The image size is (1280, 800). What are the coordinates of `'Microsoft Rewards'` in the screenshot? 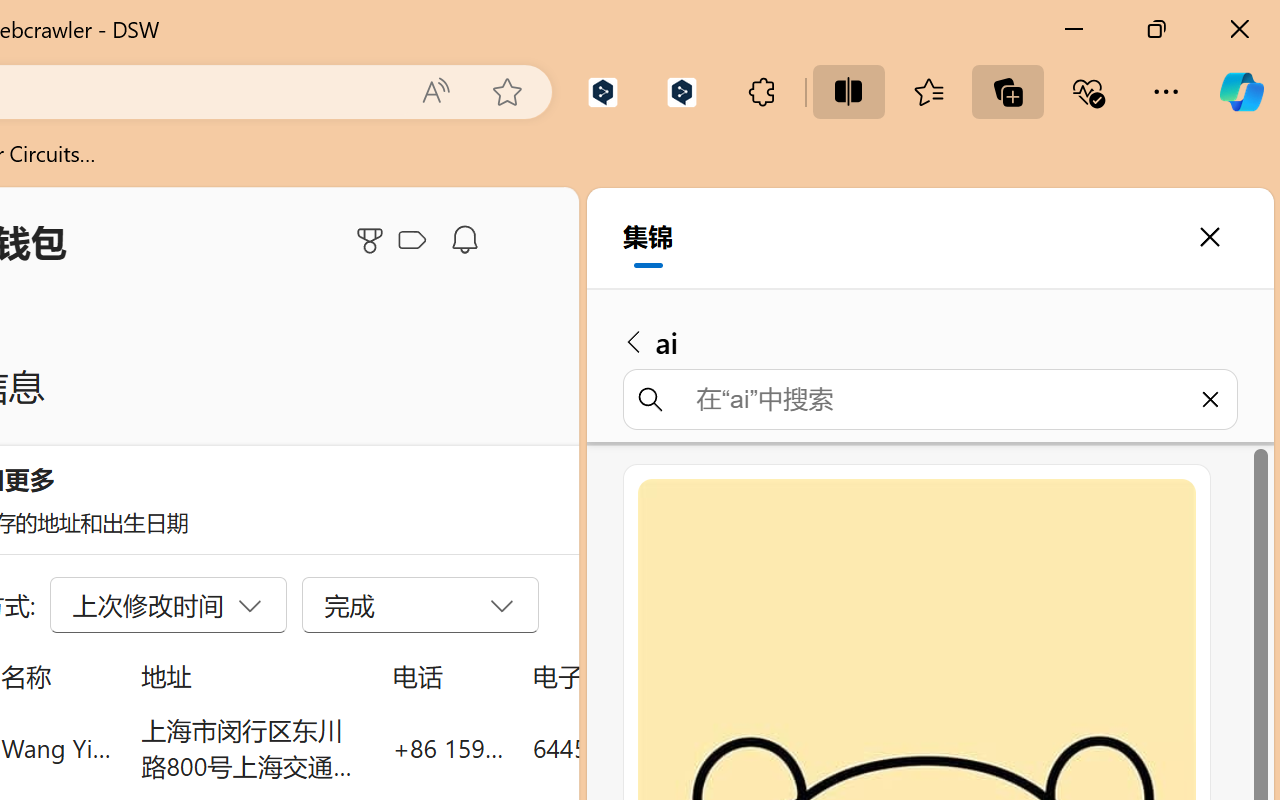 It's located at (373, 239).